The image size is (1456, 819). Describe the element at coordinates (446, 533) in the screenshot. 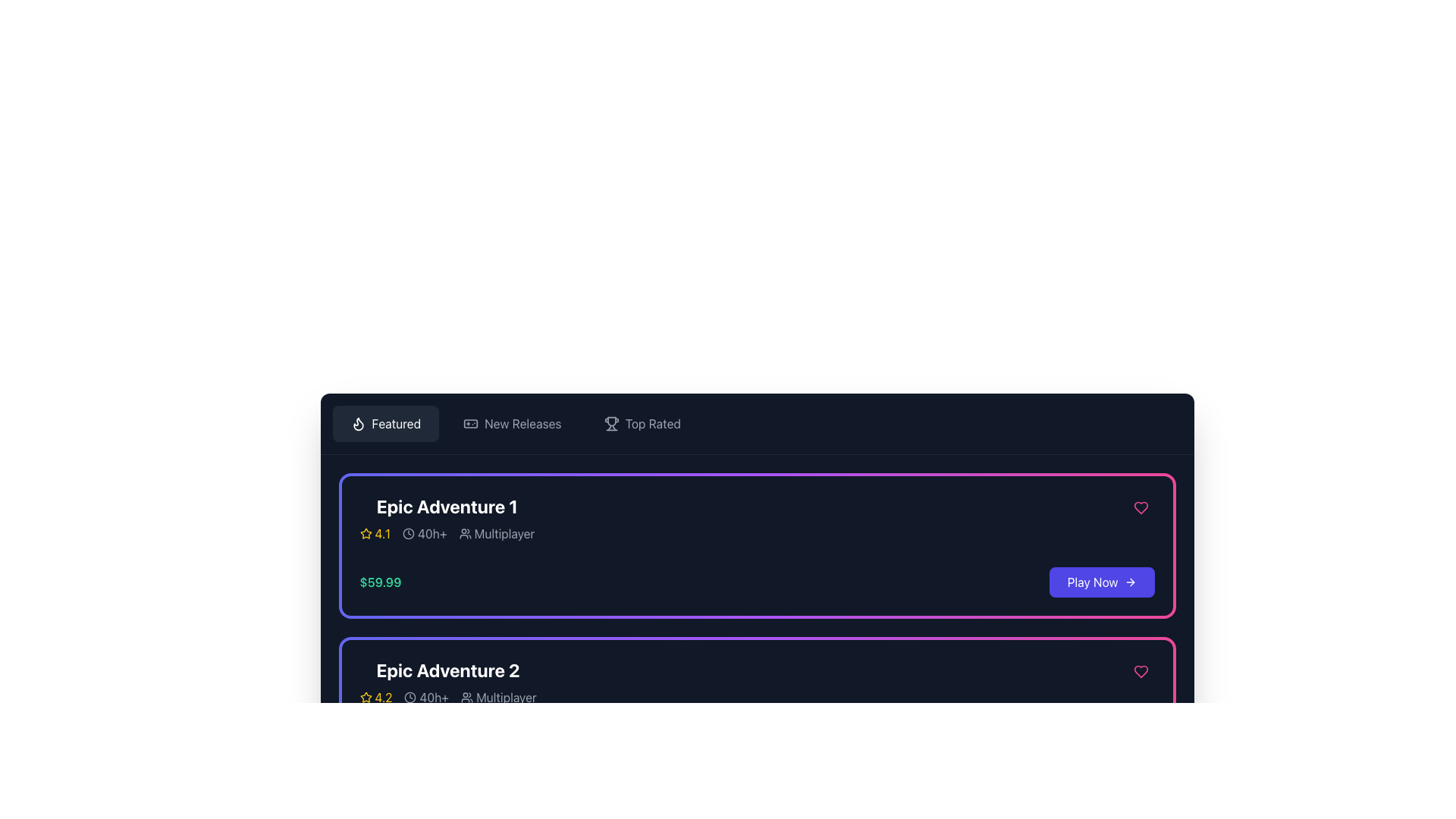

I see `information displayed in the structured row of information with embedded icons and text labels below the title of the 'Epic Adventure 1' card` at that location.